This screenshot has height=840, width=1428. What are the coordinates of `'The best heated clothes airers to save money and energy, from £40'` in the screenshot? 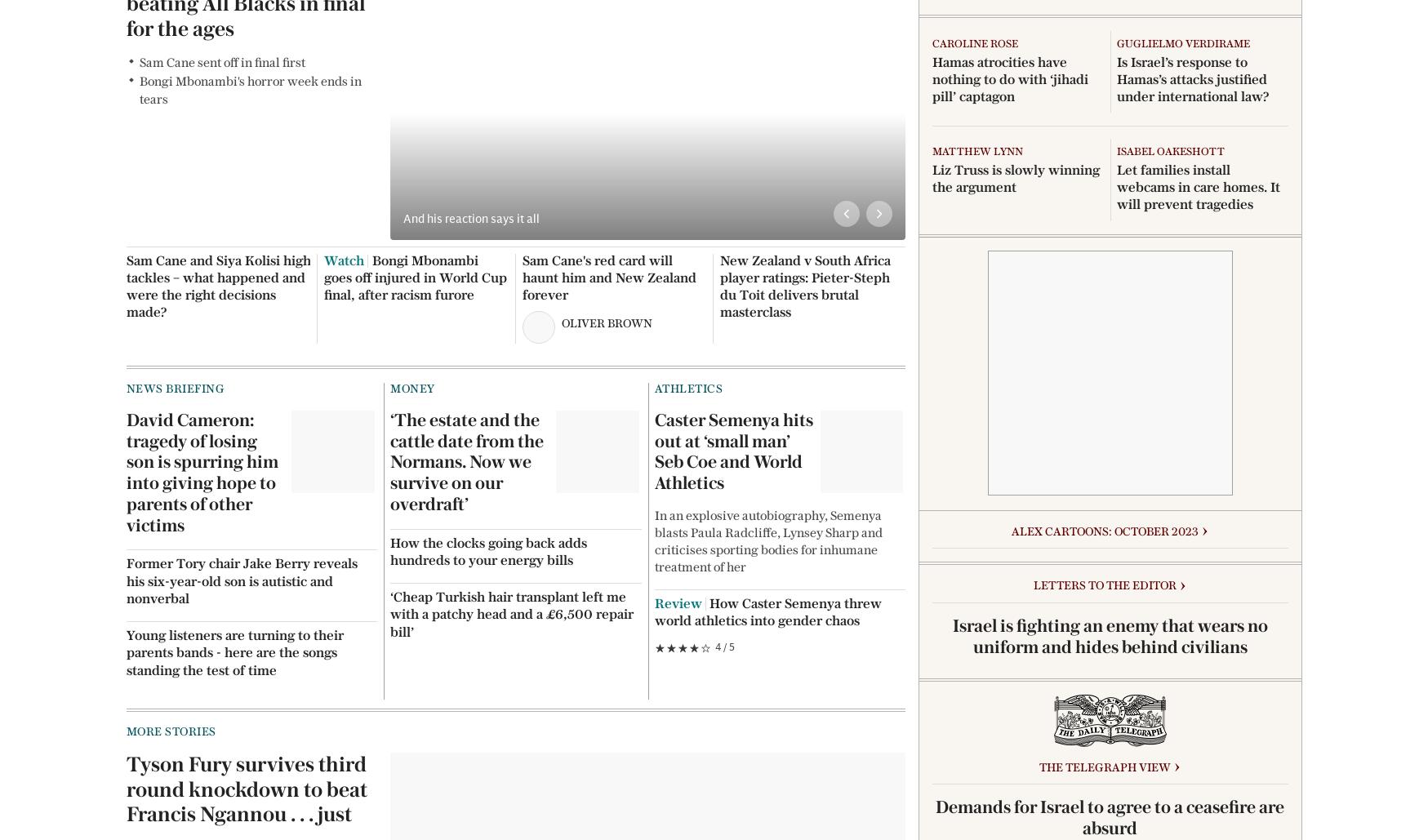 It's located at (1115, 660).